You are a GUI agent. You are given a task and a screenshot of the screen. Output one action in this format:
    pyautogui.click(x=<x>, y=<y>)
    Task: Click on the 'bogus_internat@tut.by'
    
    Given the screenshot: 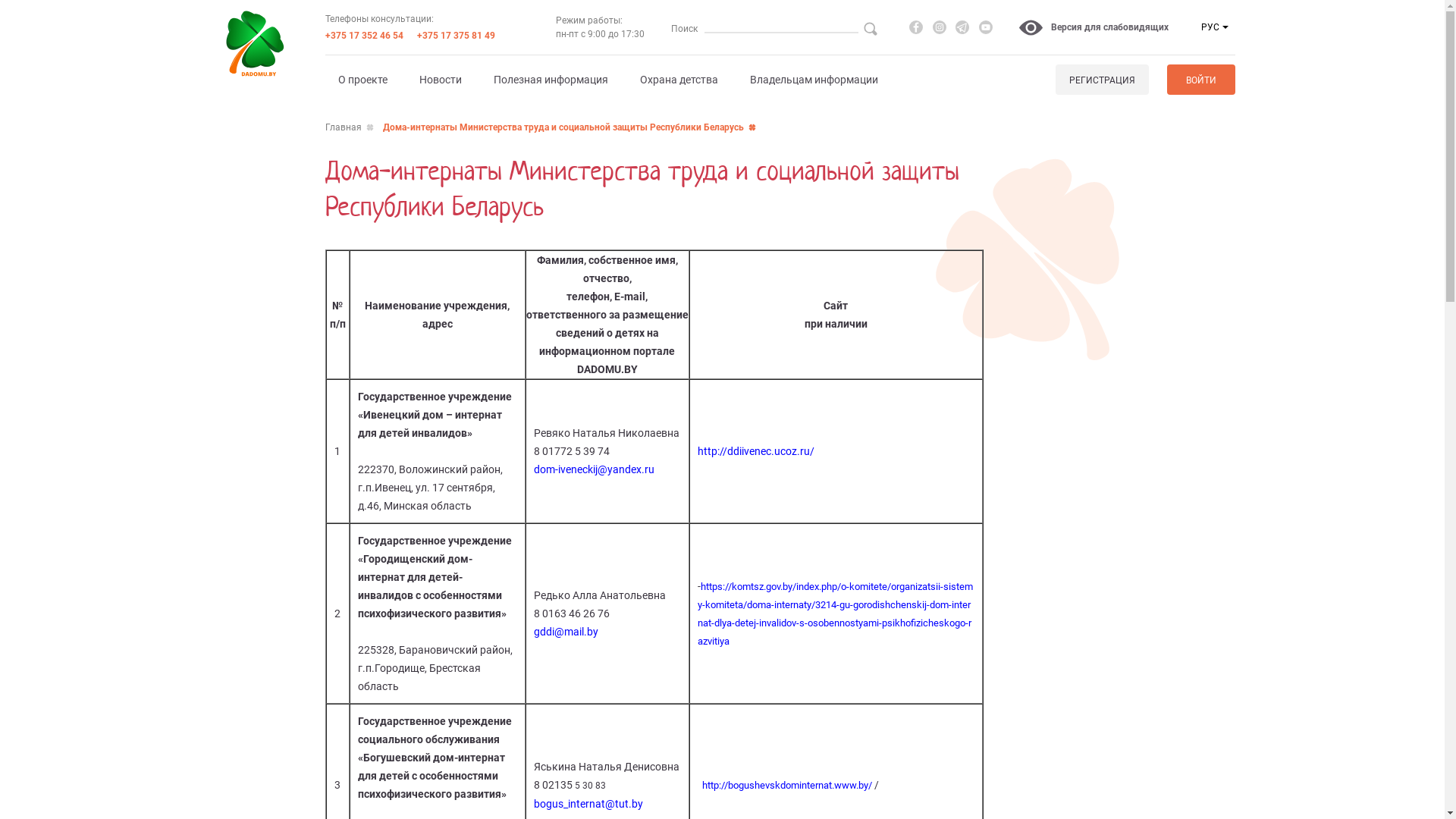 What is the action you would take?
    pyautogui.click(x=588, y=803)
    